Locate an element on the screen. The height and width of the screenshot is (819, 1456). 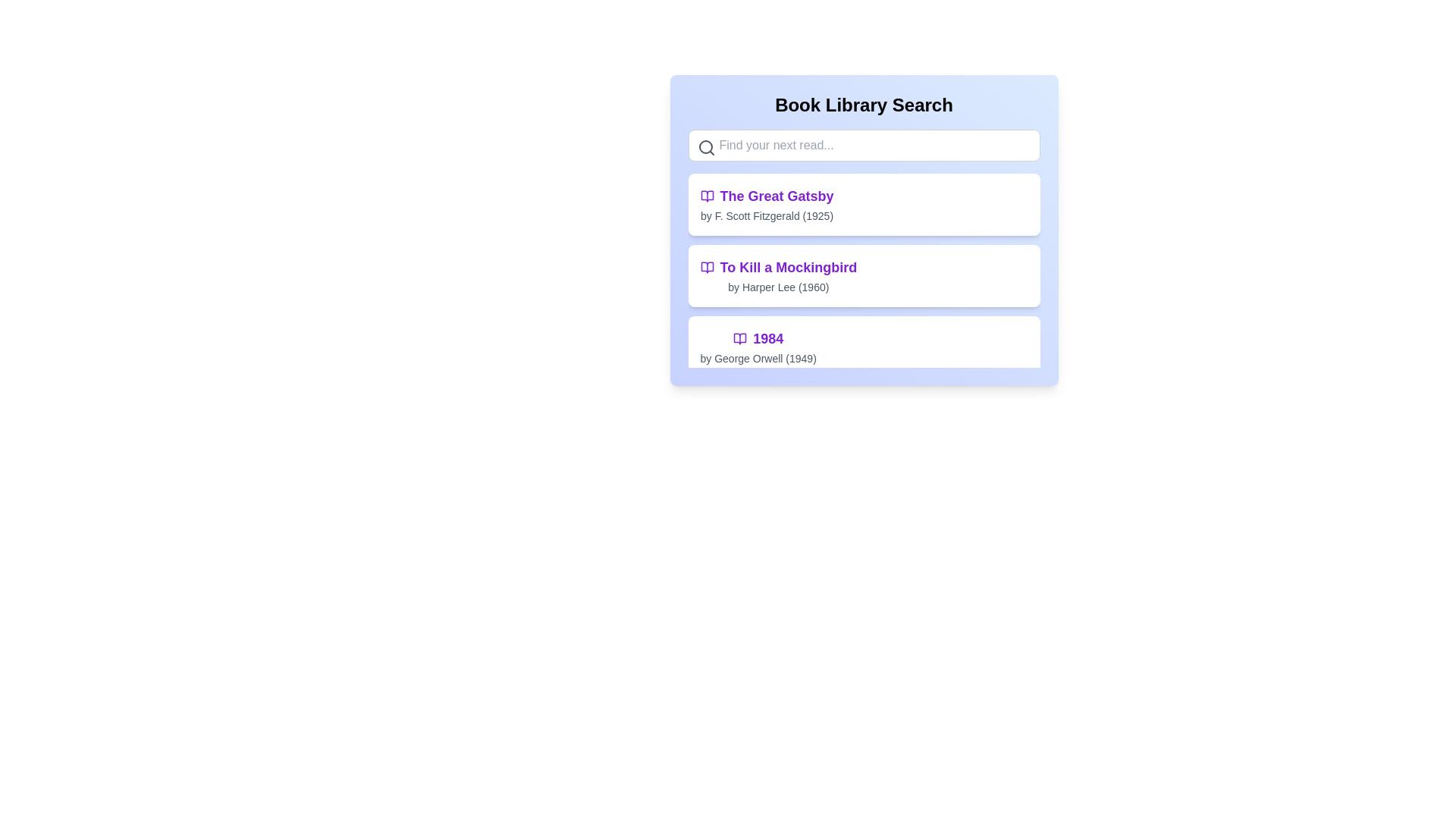
the icon representing the book '1984' by George Orwell, which is located in the lower section of the list as the third item from the top, adjacent to the title text on its left is located at coordinates (740, 338).